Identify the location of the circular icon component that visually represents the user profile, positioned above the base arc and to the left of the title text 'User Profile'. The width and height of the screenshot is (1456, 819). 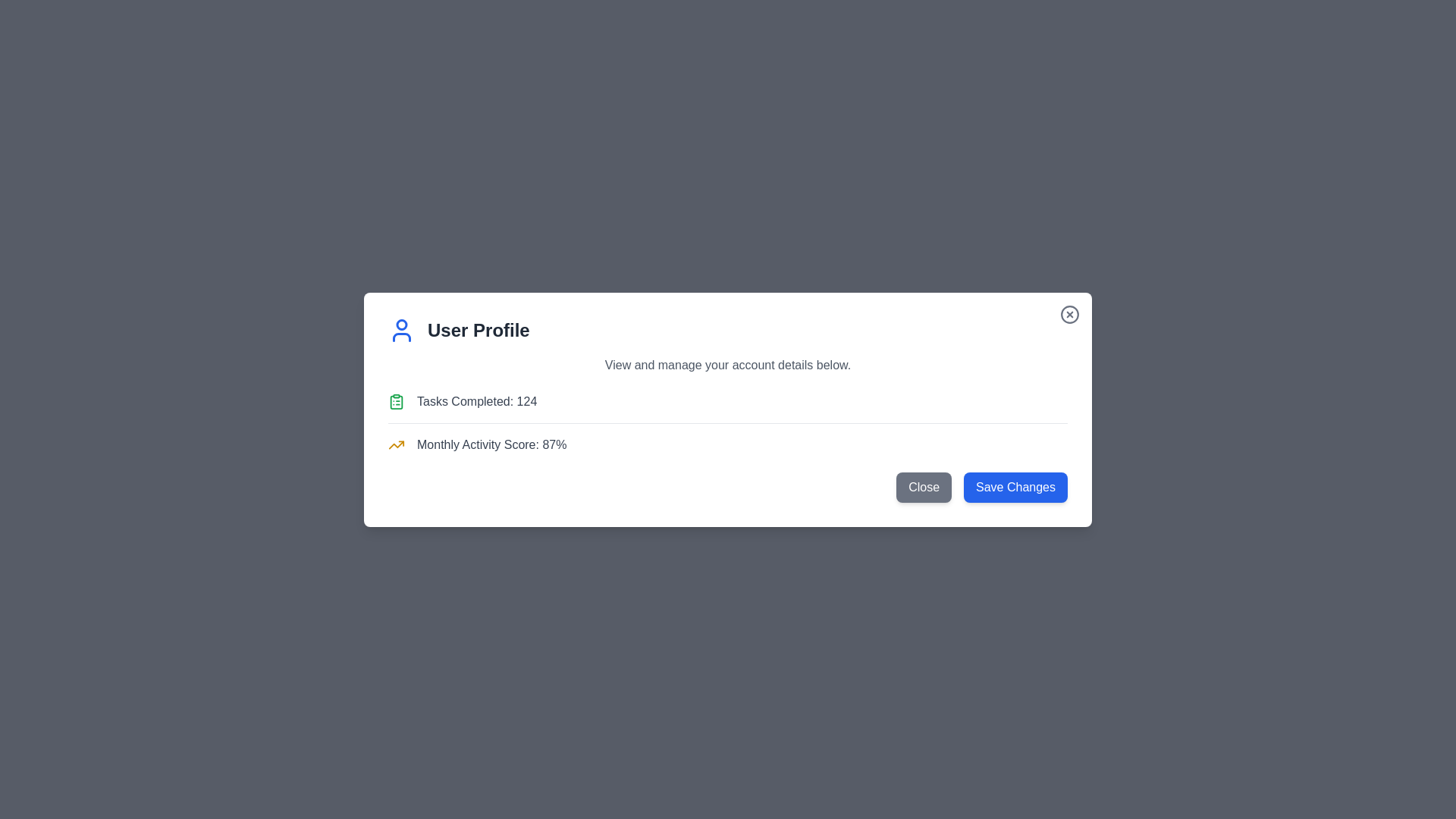
(401, 324).